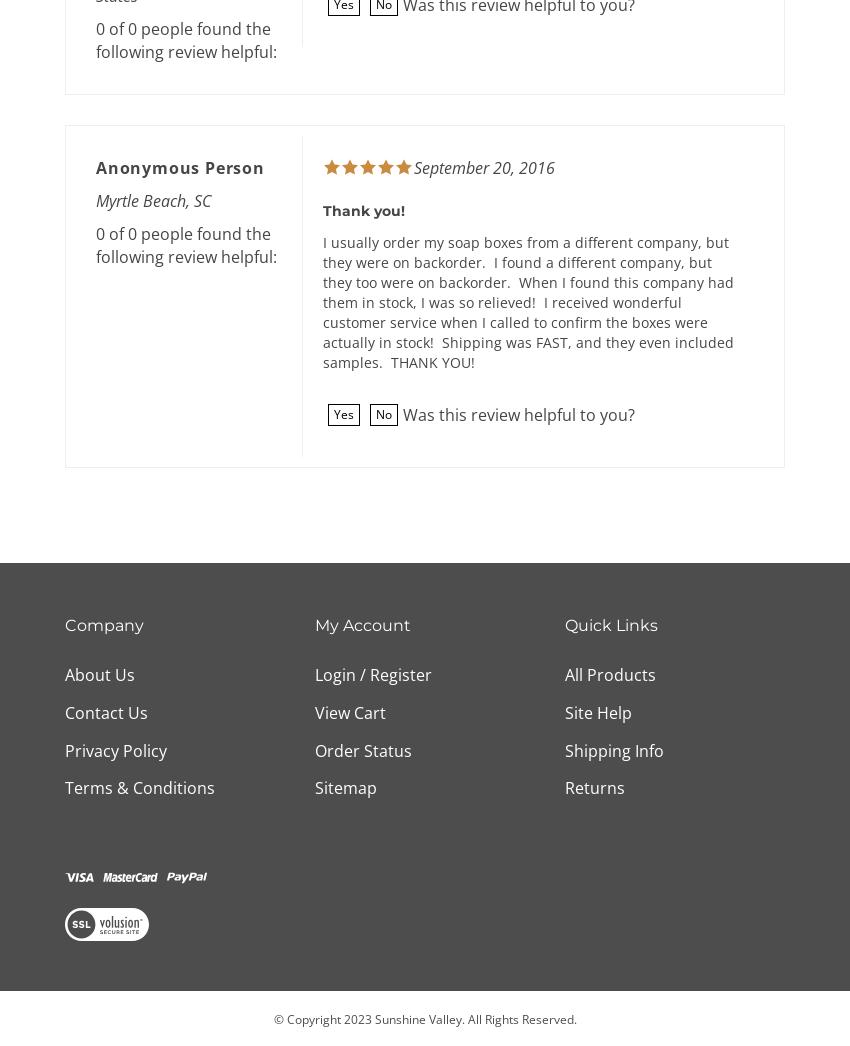 This screenshot has width=850, height=1046. What do you see at coordinates (342, 414) in the screenshot?
I see `'Yes'` at bounding box center [342, 414].